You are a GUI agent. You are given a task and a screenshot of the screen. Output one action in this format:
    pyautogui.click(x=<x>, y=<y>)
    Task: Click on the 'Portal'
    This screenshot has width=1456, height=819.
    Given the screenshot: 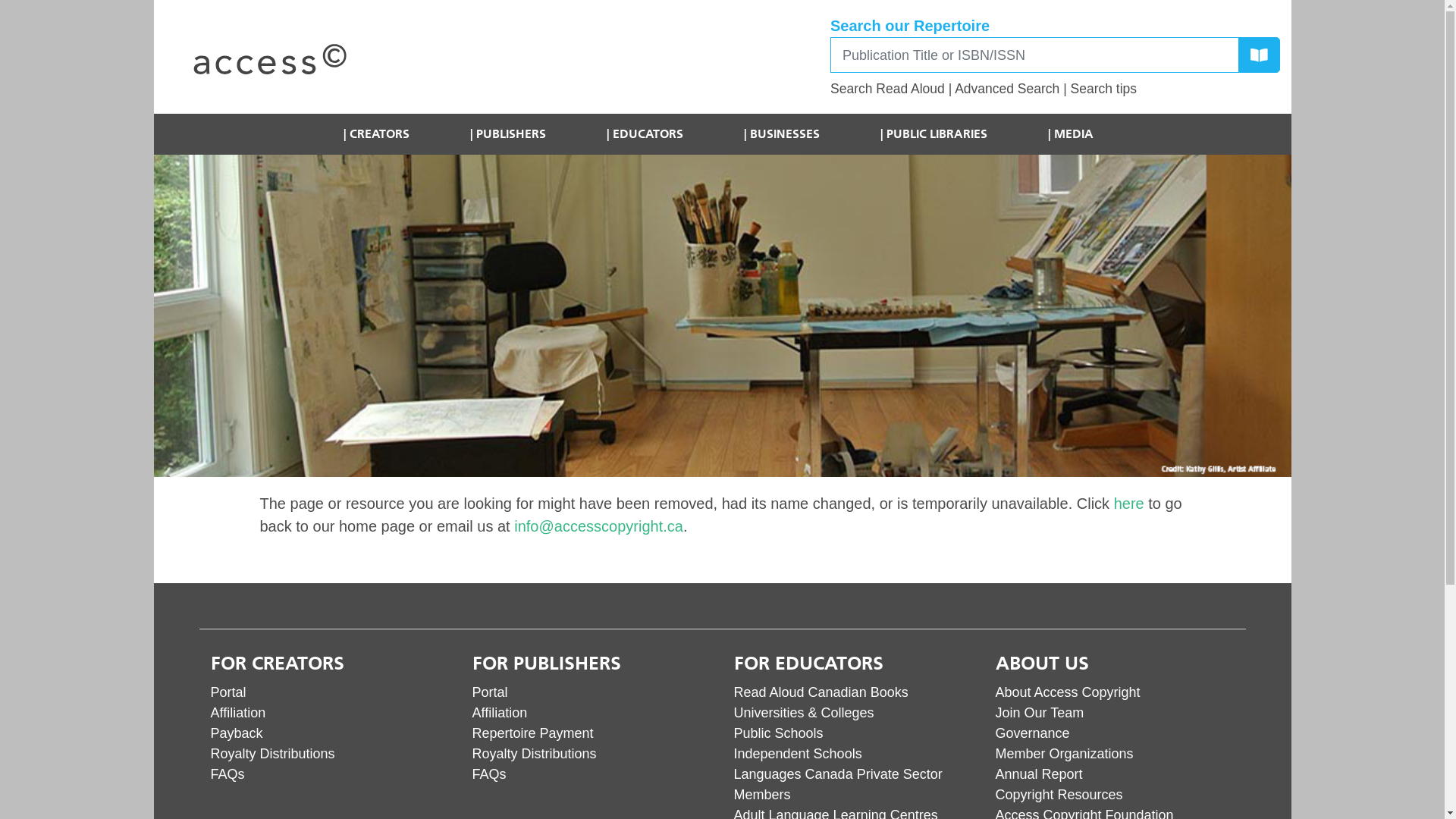 What is the action you would take?
    pyautogui.click(x=489, y=692)
    